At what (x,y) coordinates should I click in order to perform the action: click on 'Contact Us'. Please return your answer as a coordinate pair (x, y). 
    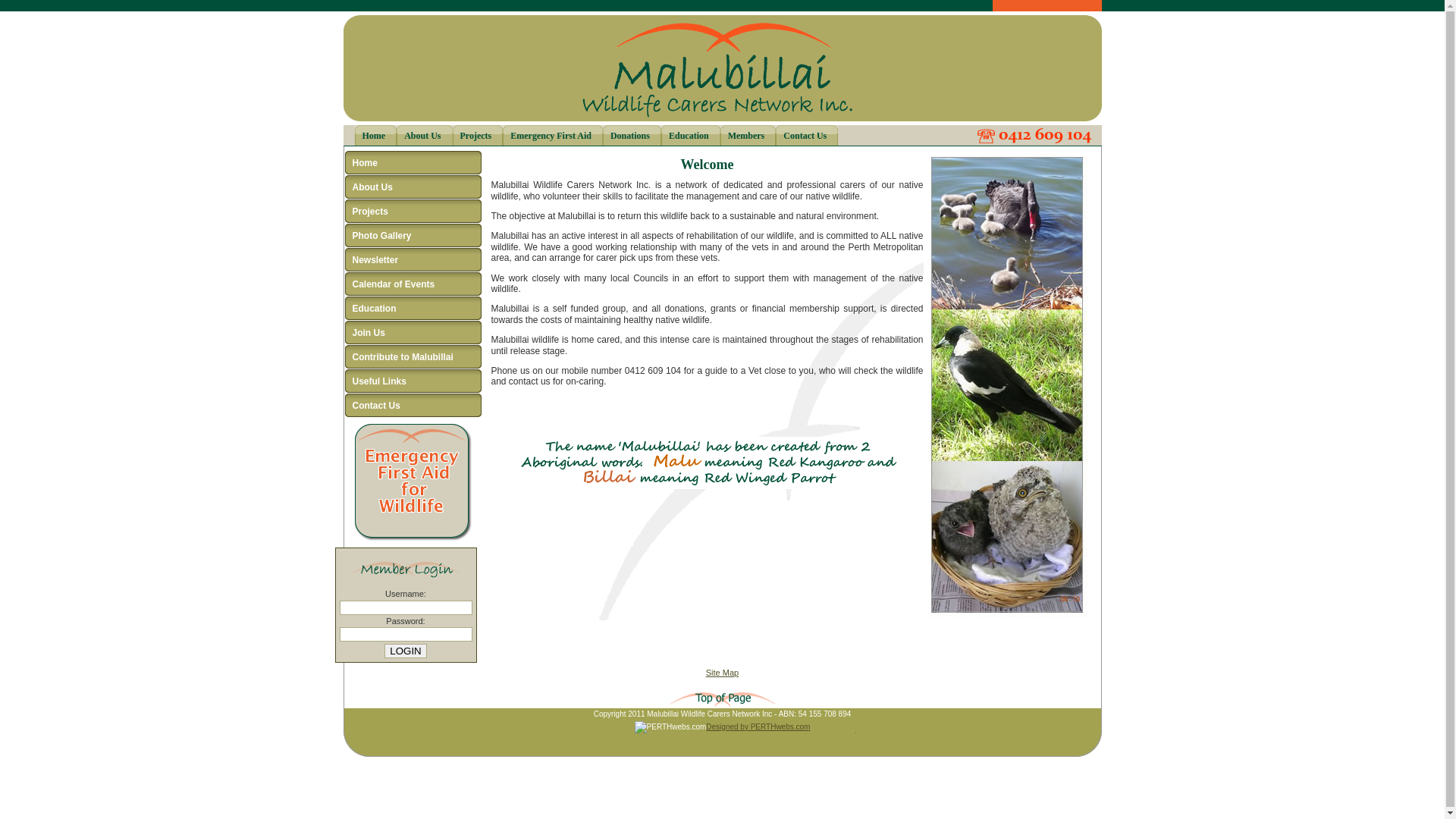
    Looking at the image, I should click on (806, 134).